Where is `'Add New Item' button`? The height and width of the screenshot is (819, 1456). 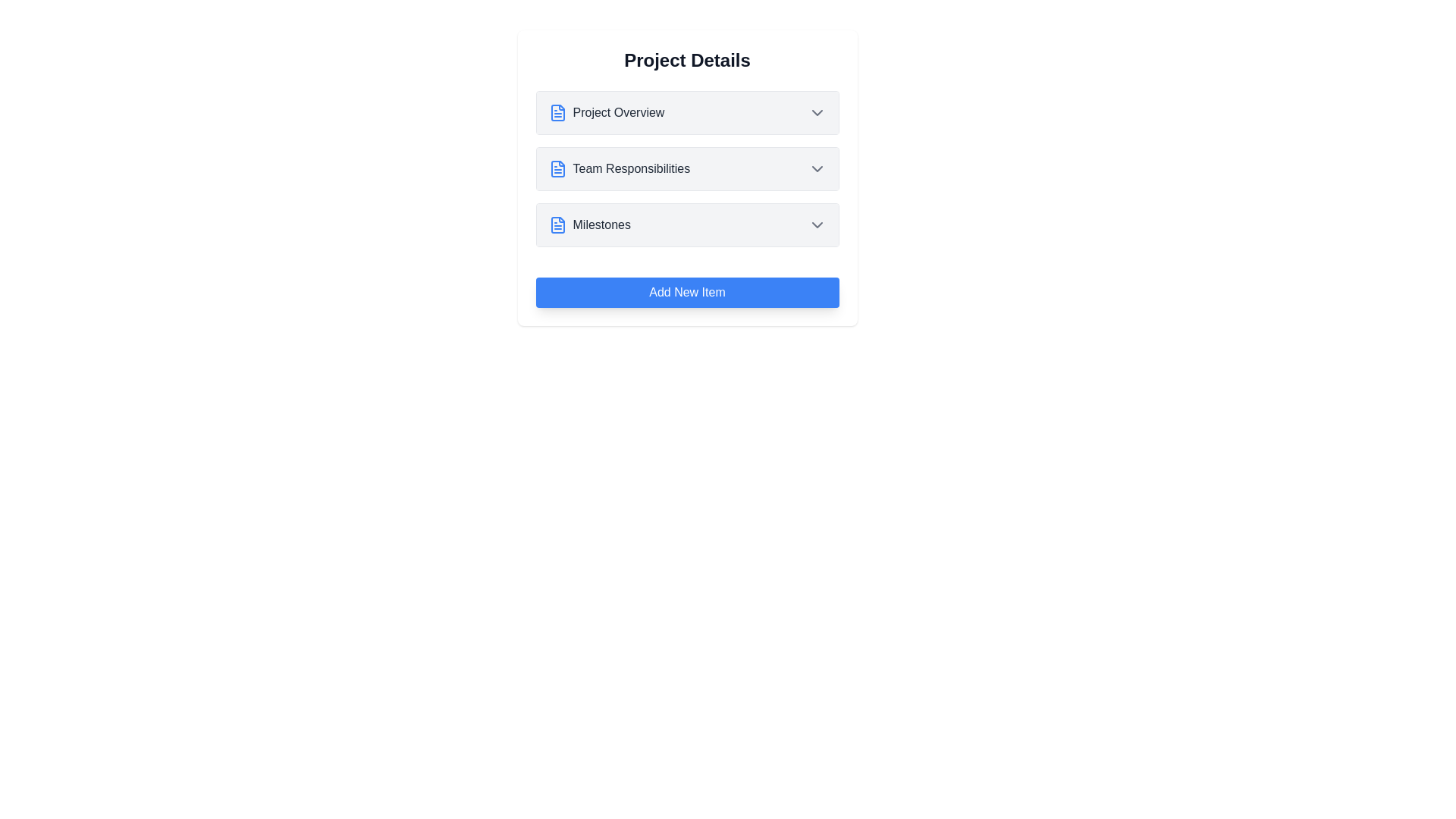
'Add New Item' button is located at coordinates (686, 292).